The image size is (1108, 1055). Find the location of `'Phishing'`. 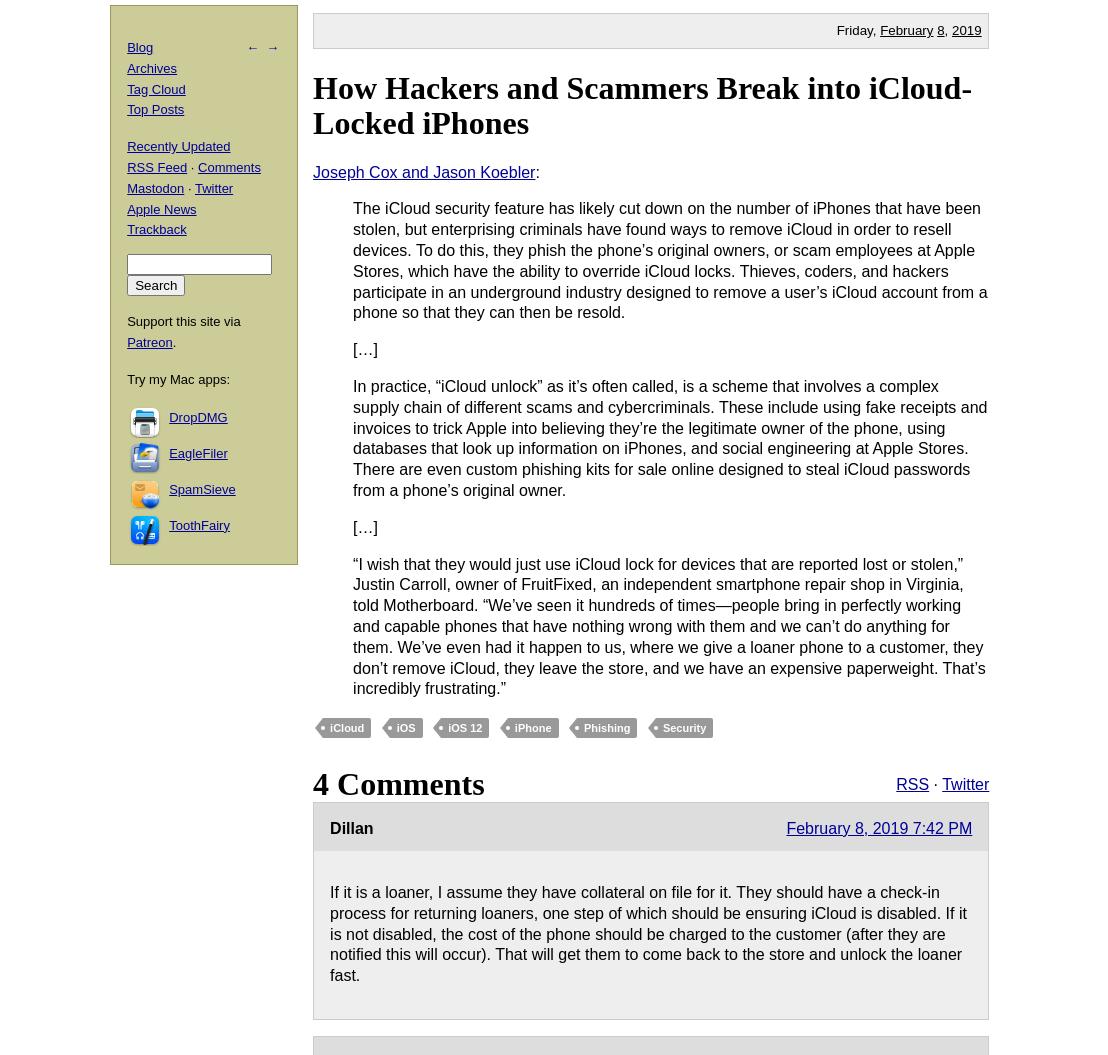

'Phishing' is located at coordinates (605, 727).